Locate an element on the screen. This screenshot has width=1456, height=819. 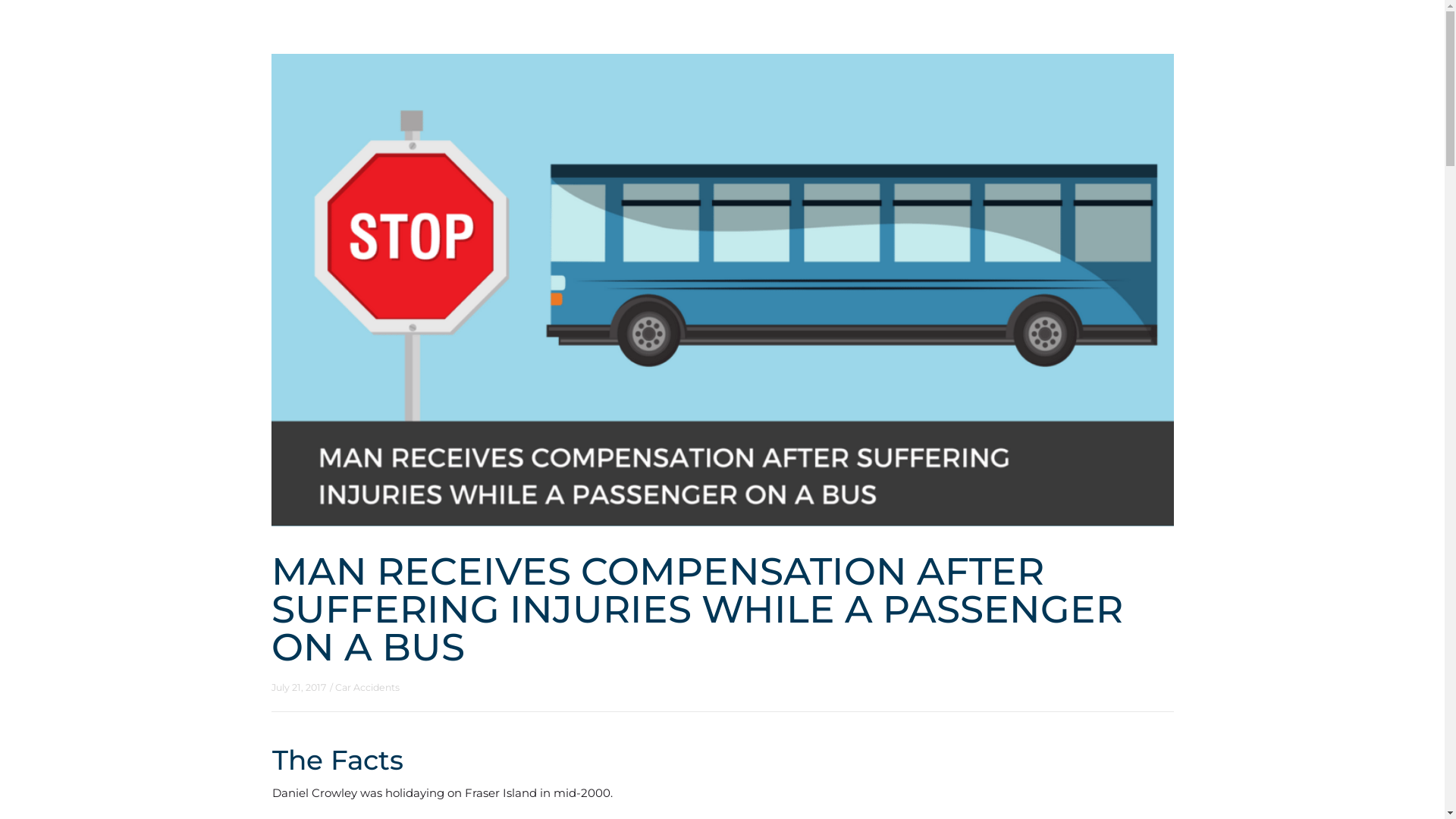
'Car Accidents' is located at coordinates (367, 687).